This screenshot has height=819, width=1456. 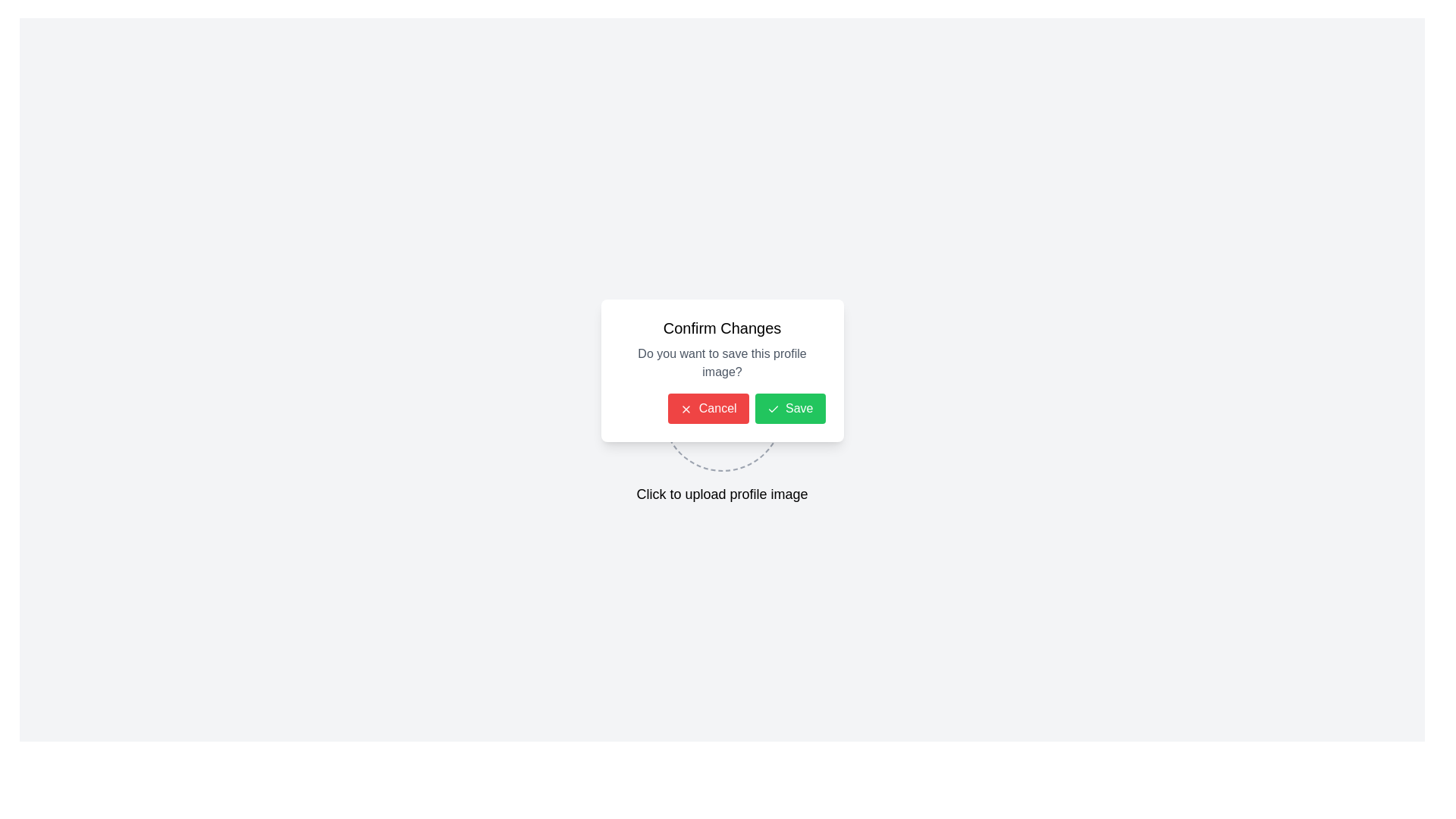 I want to click on the 'Cancel' button in the confirmation control set of the modal dialog, so click(x=721, y=408).